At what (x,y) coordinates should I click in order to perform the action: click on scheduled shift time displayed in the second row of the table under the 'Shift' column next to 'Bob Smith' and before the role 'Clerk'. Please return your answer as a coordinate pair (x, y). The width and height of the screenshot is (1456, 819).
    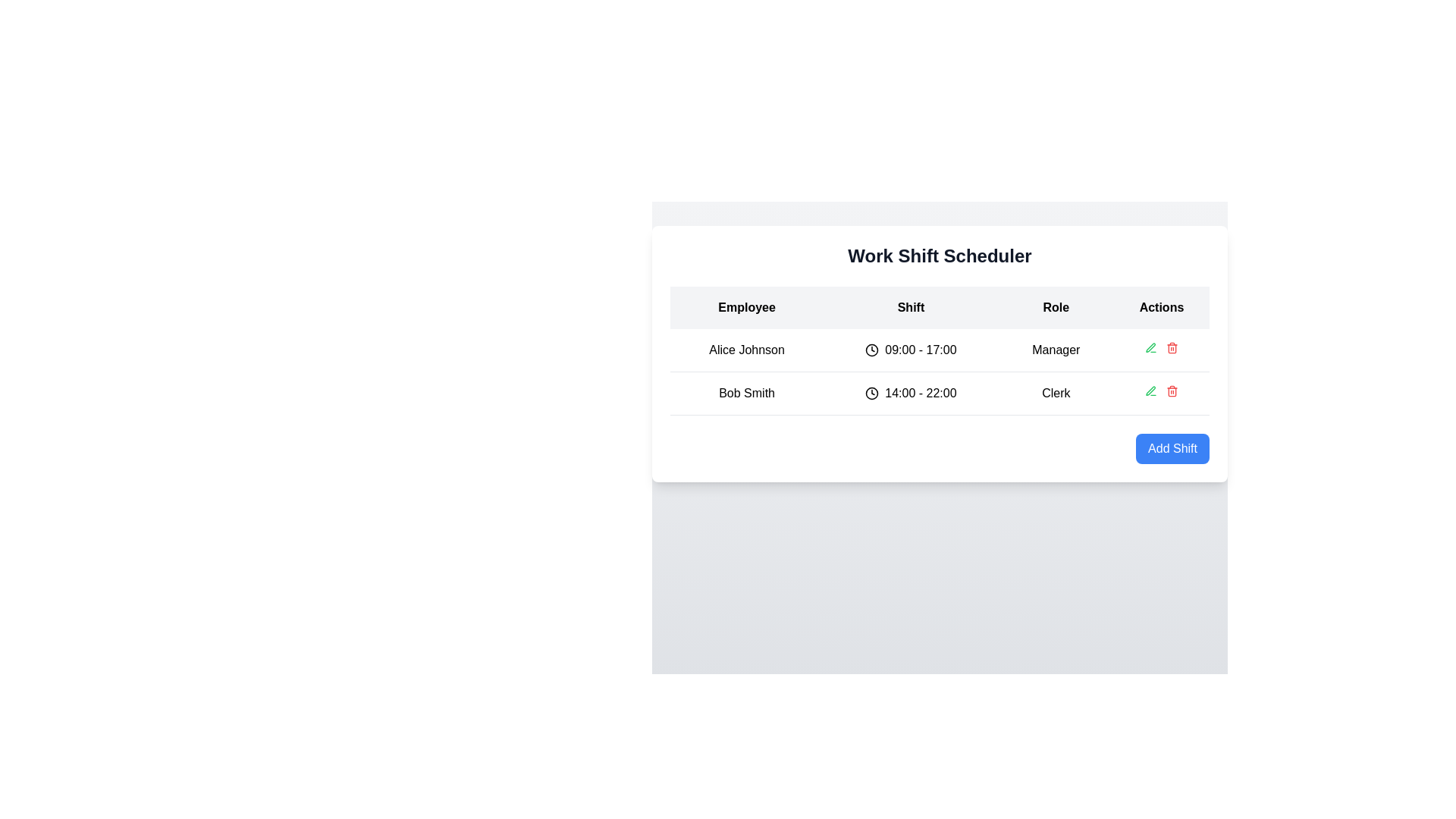
    Looking at the image, I should click on (910, 393).